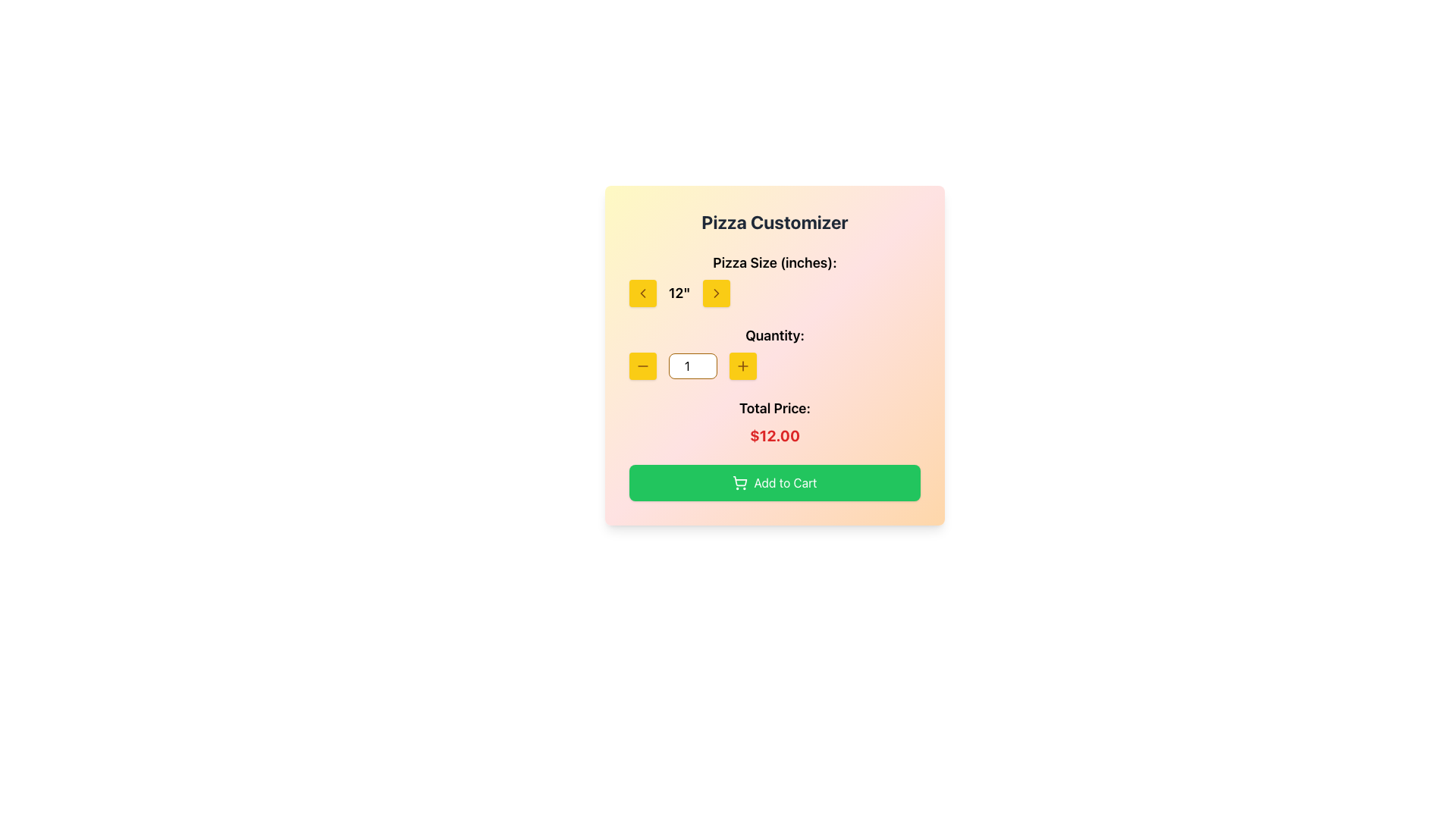 This screenshot has height=819, width=1456. I want to click on the small horizontal line icon representing a minus symbol, located on the center-left side of the interface, so click(643, 366).